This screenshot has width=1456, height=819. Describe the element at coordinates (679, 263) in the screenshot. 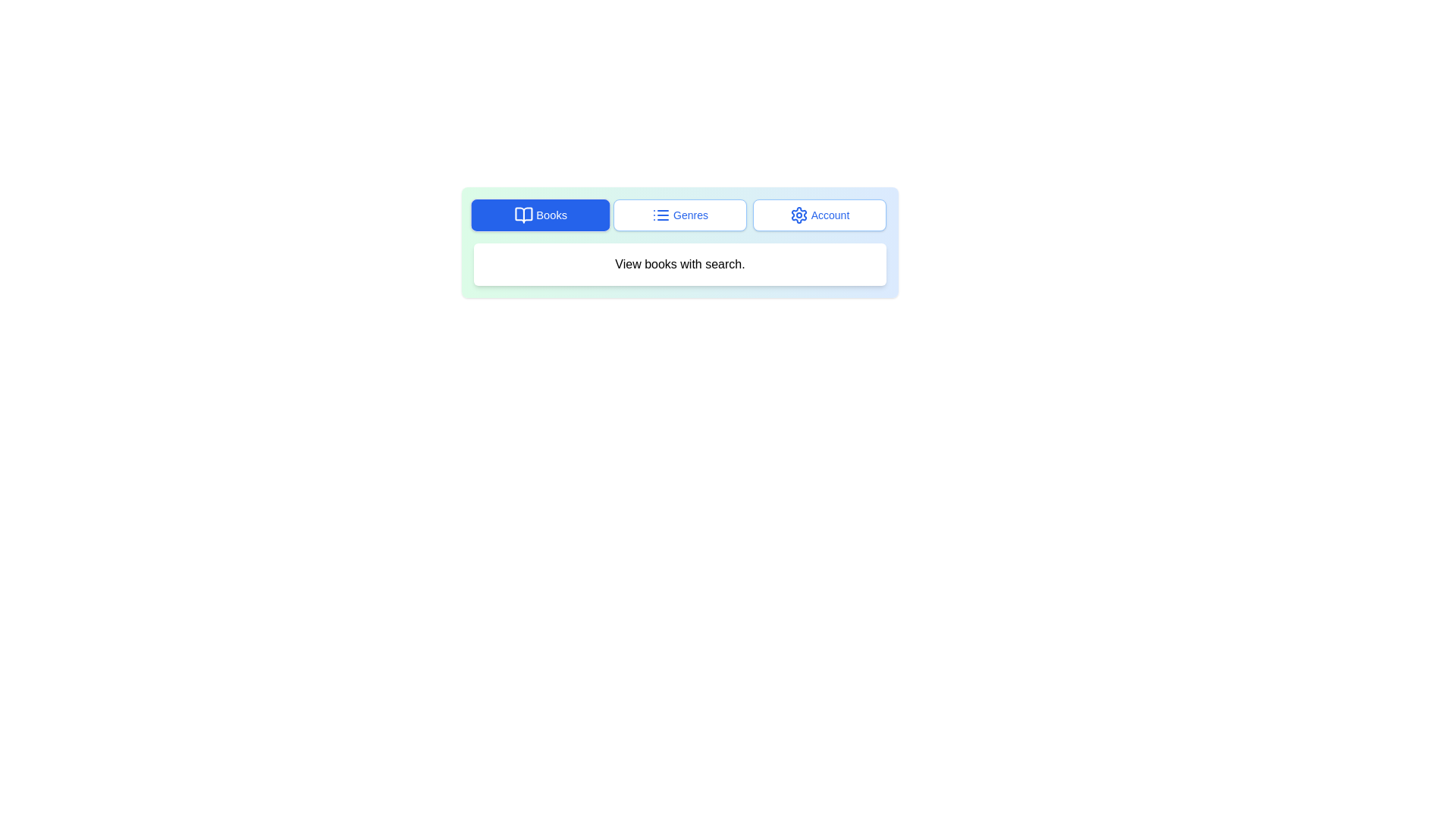

I see `the Static Text Box that displays the message 'View books with search.' located below the buttons labeled 'Books,' 'Genres,' and 'Account.'` at that location.